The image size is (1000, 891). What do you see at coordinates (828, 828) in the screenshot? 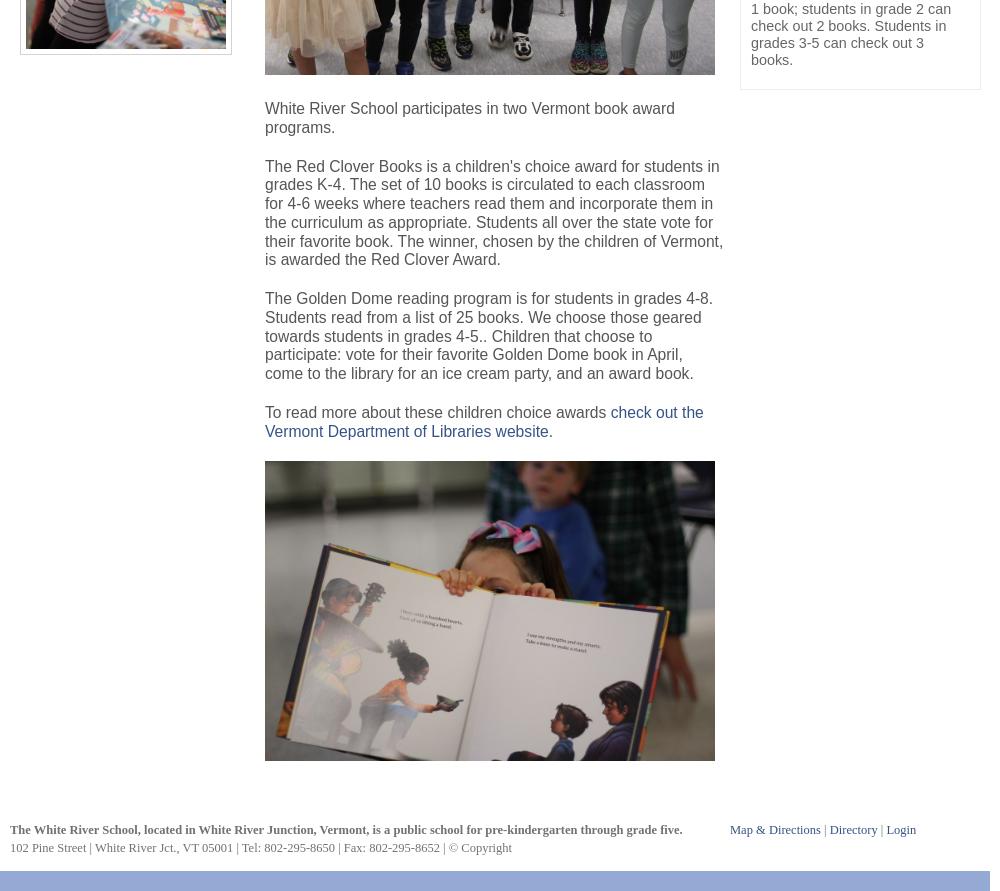
I see `'Directory'` at bounding box center [828, 828].